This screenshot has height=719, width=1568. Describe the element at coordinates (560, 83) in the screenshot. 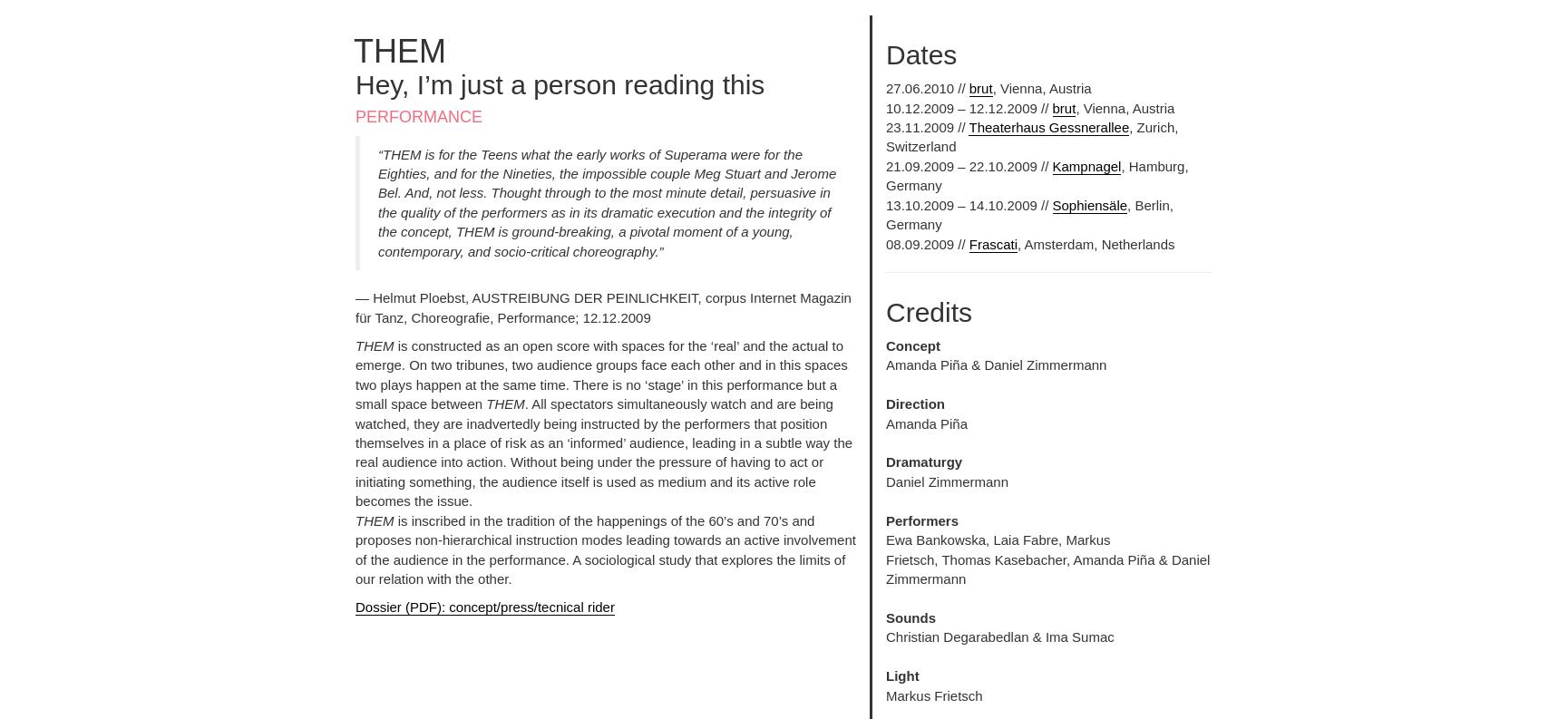

I see `'Hey, I’m just a person reading this'` at that location.